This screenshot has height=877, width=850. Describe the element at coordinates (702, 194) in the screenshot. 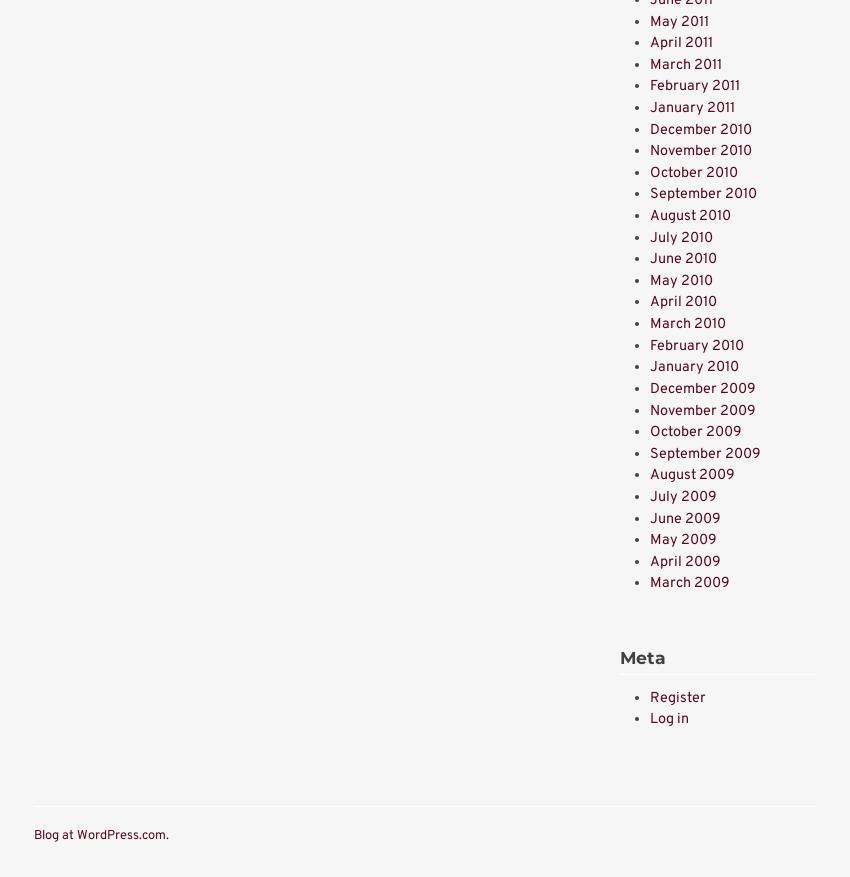

I see `'September 2010'` at that location.